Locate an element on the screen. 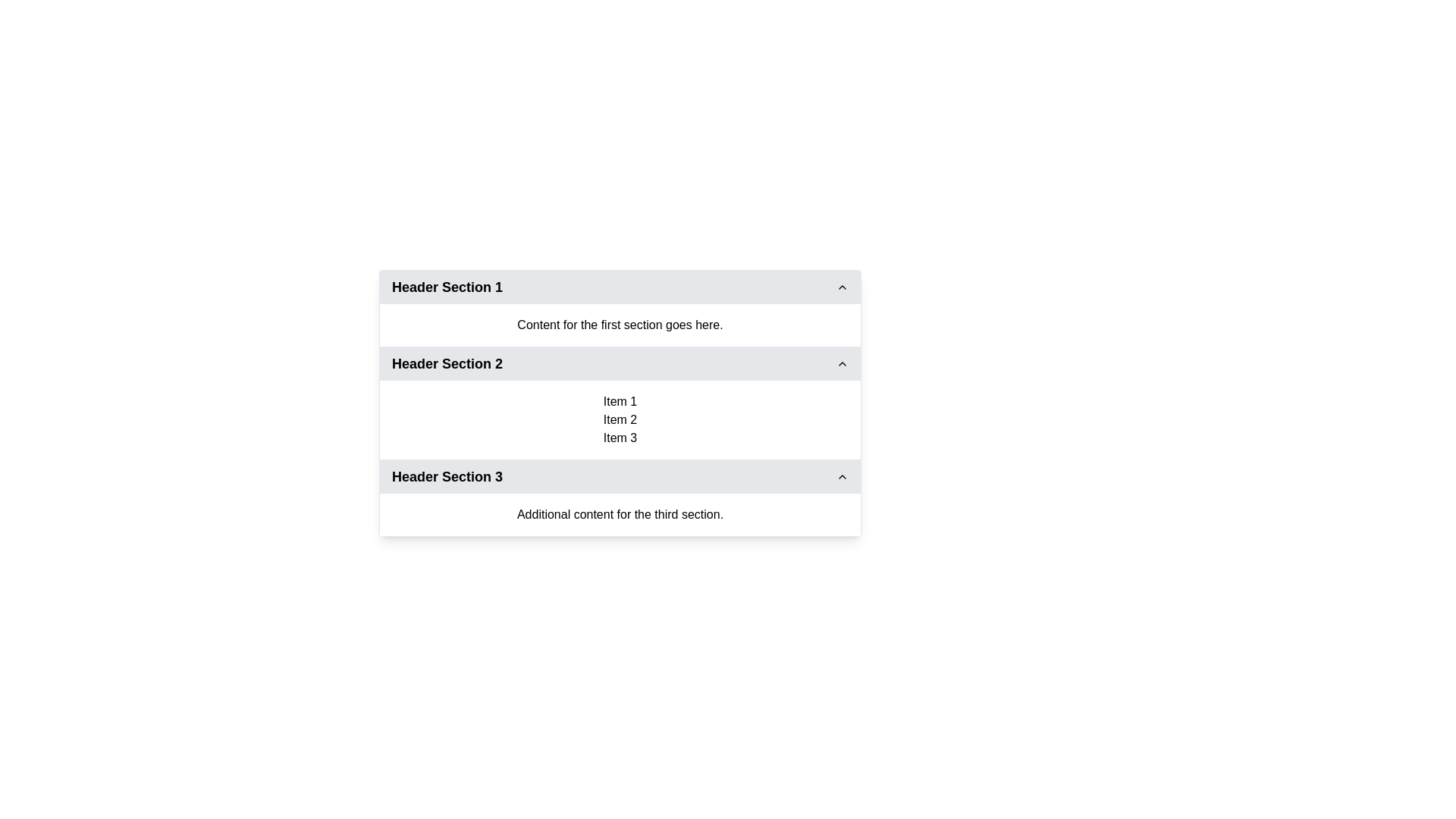 This screenshot has height=819, width=1456. the content area of the group located immediately below the 'Header Section 2' heading to interact with its items is located at coordinates (620, 420).